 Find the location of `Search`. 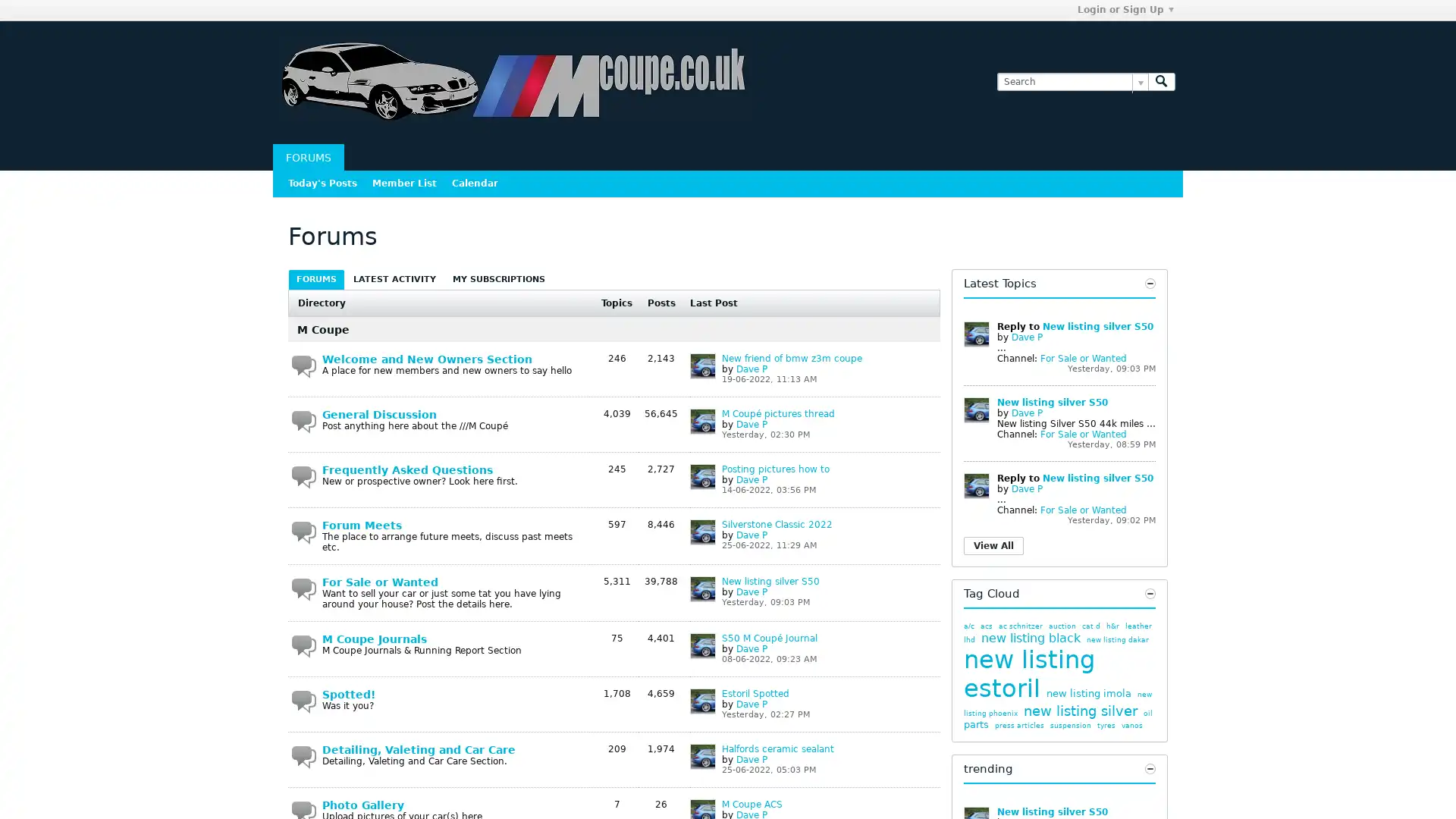

Search is located at coordinates (1160, 81).